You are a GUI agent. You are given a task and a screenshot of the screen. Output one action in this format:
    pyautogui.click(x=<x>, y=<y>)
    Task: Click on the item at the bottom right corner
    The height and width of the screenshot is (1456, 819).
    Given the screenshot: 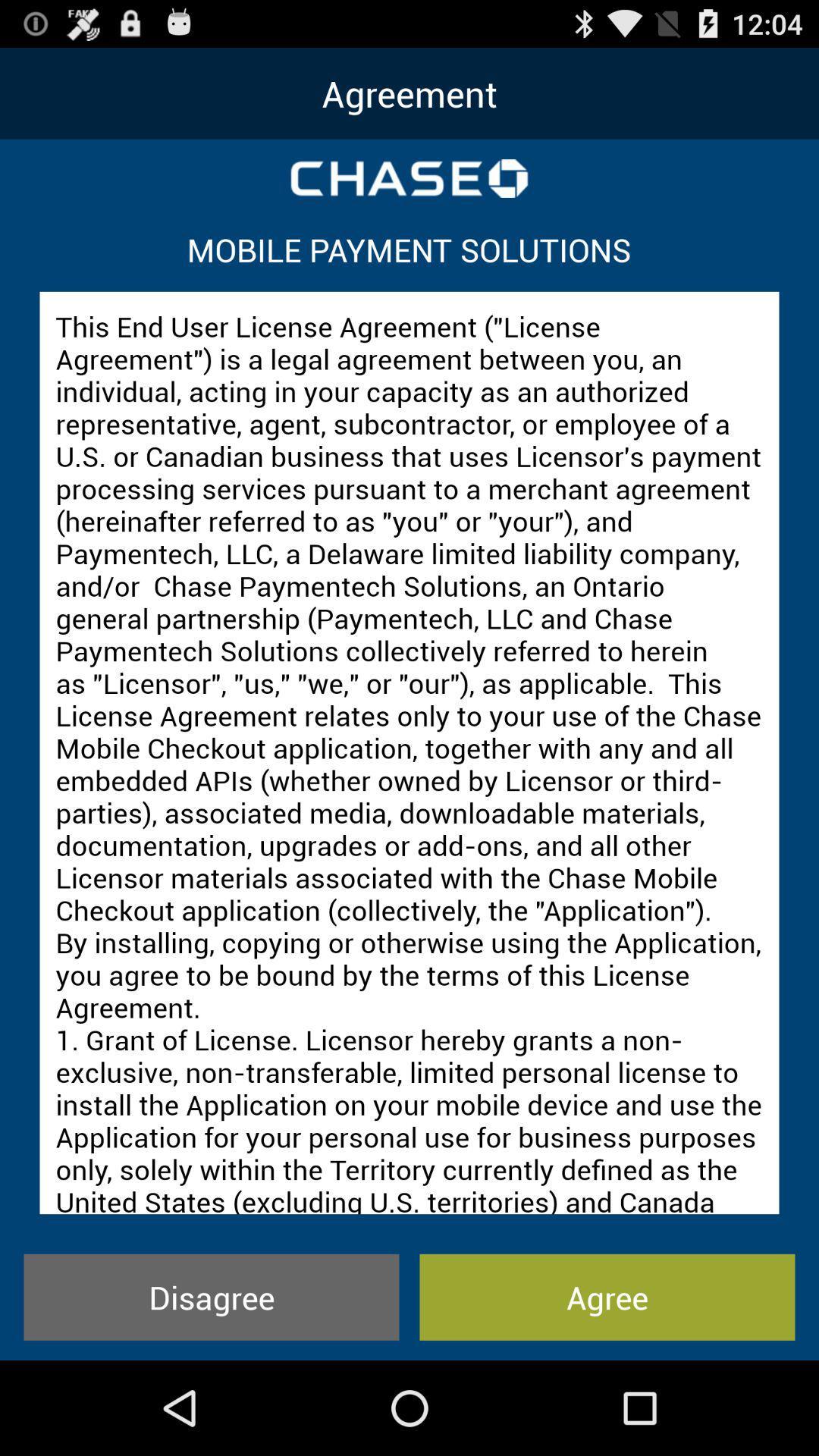 What is the action you would take?
    pyautogui.click(x=607, y=1296)
    